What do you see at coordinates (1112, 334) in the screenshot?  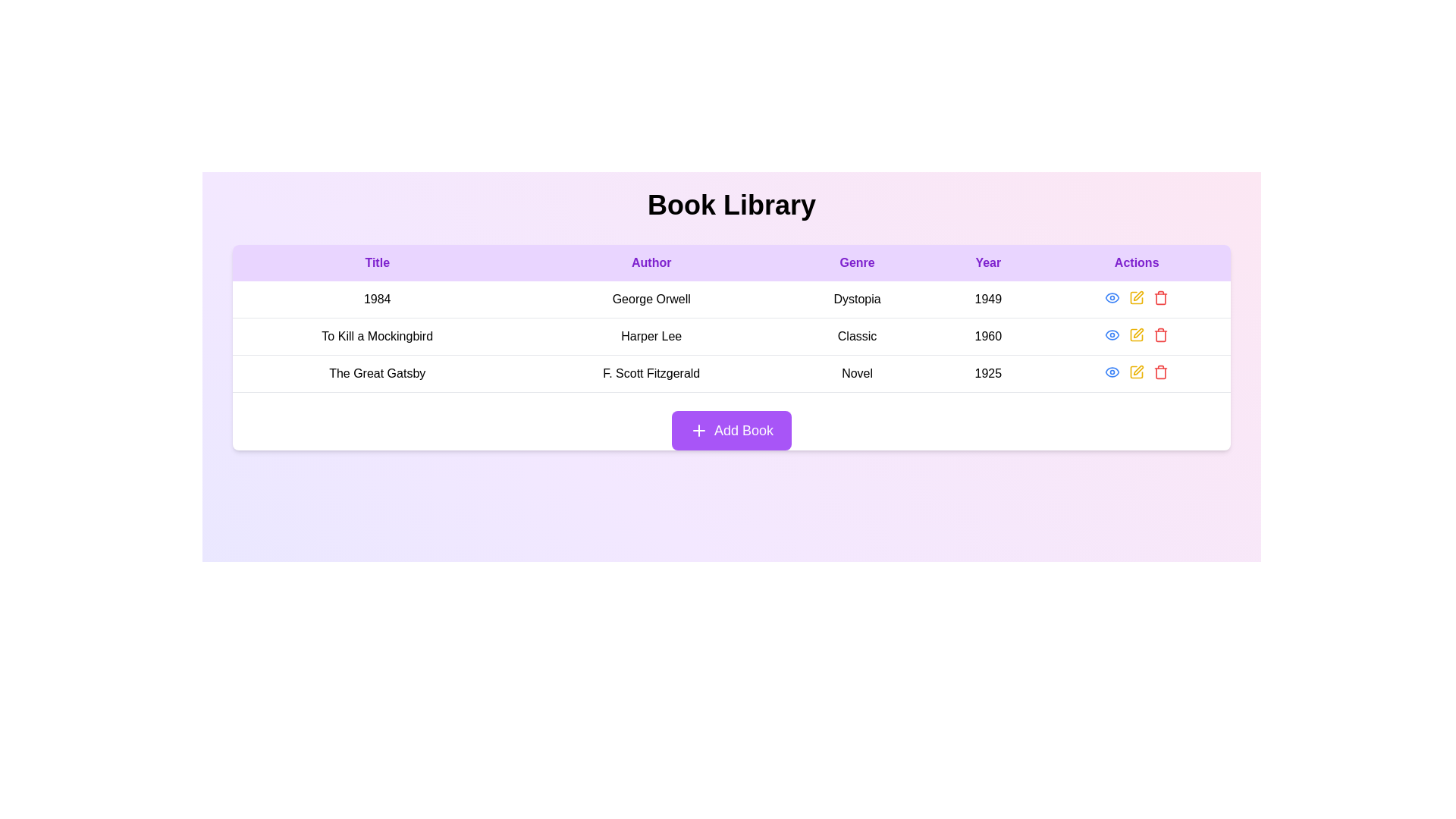 I see `the preview icon in the 'Actions' column of the second row for the book 'To Kill a Mockingbird'` at bounding box center [1112, 334].